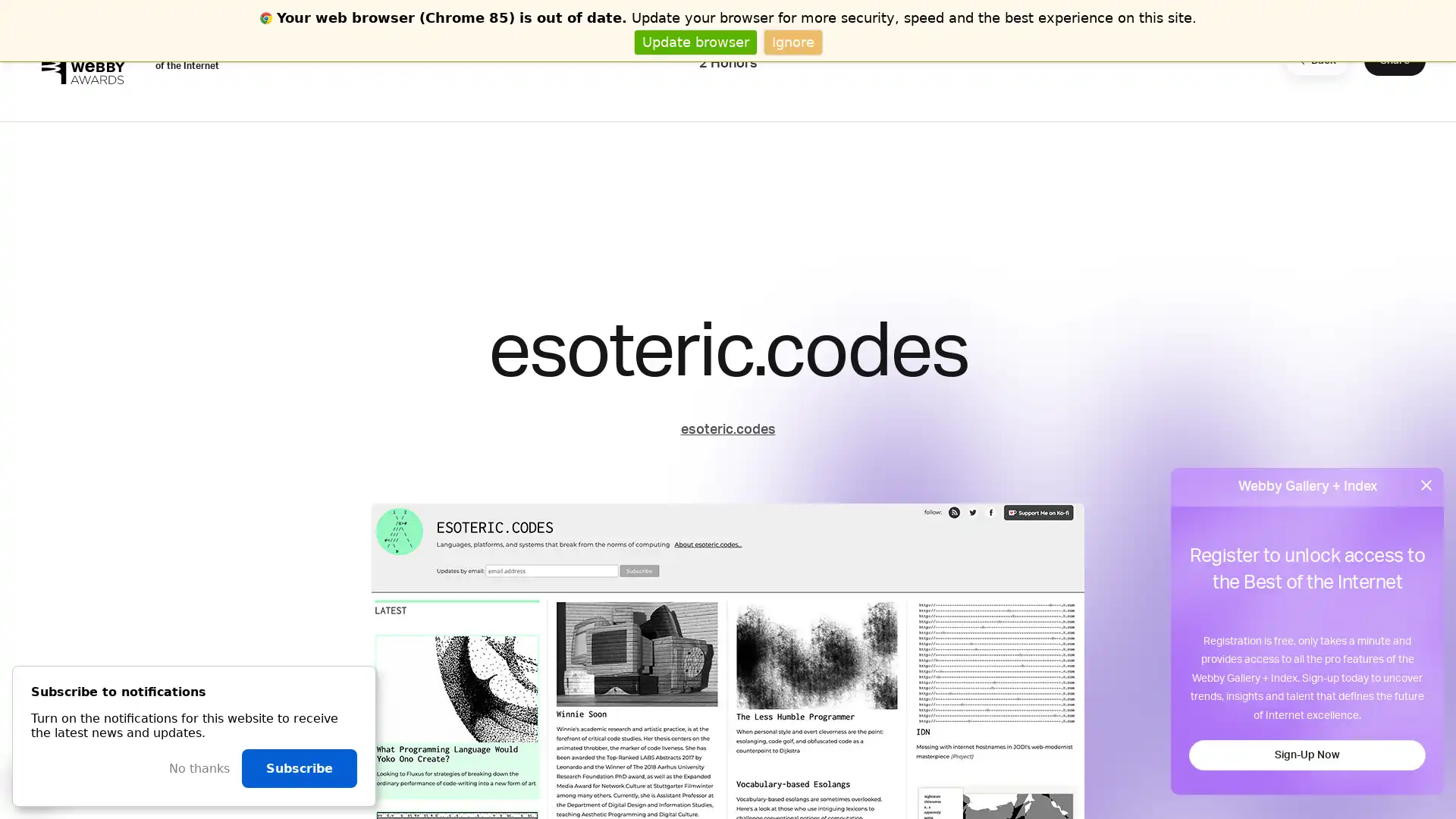  What do you see at coordinates (299, 768) in the screenshot?
I see `Subscribe` at bounding box center [299, 768].